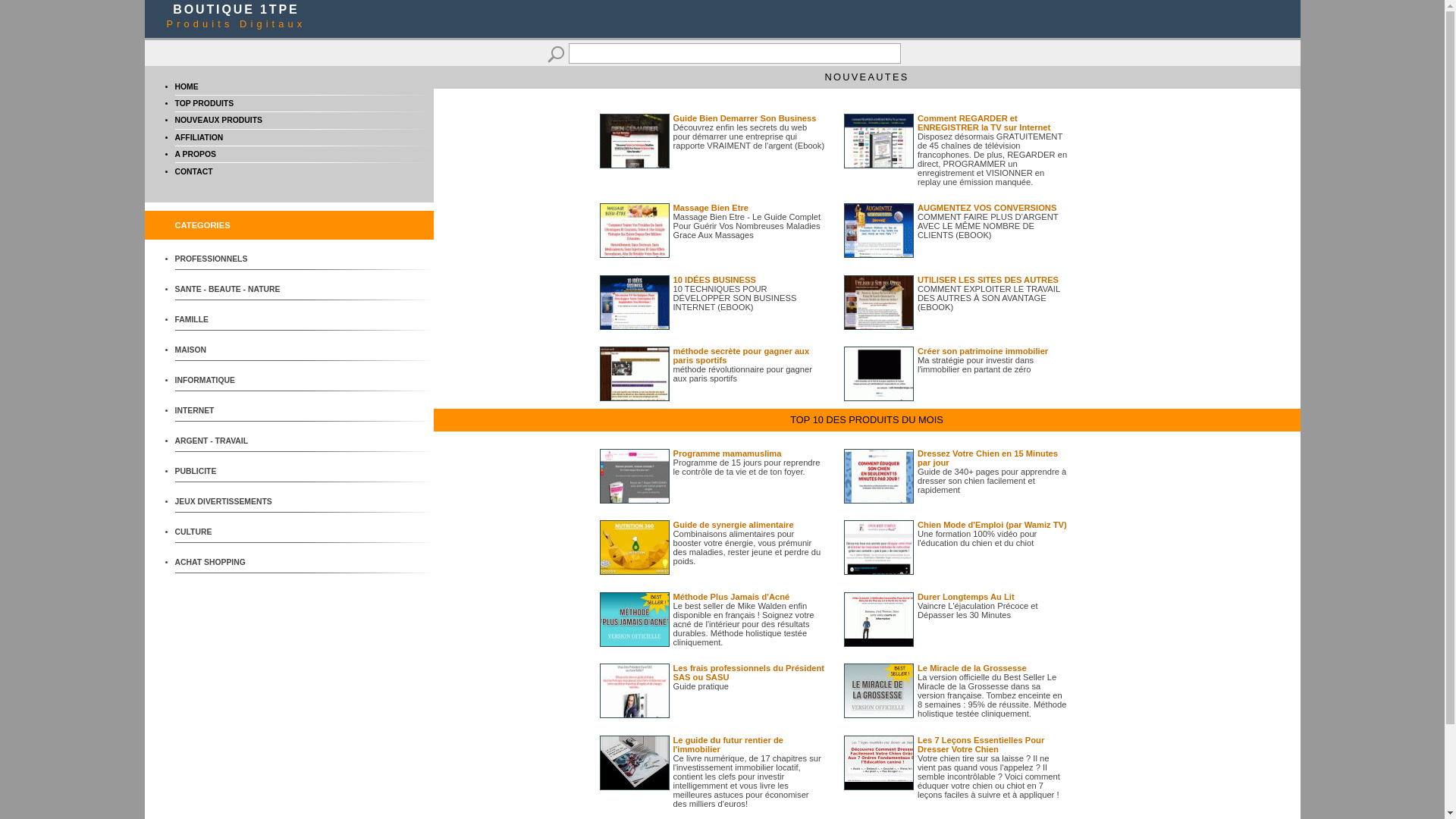  What do you see at coordinates (231, 379) in the screenshot?
I see `'INFORMATIQUE'` at bounding box center [231, 379].